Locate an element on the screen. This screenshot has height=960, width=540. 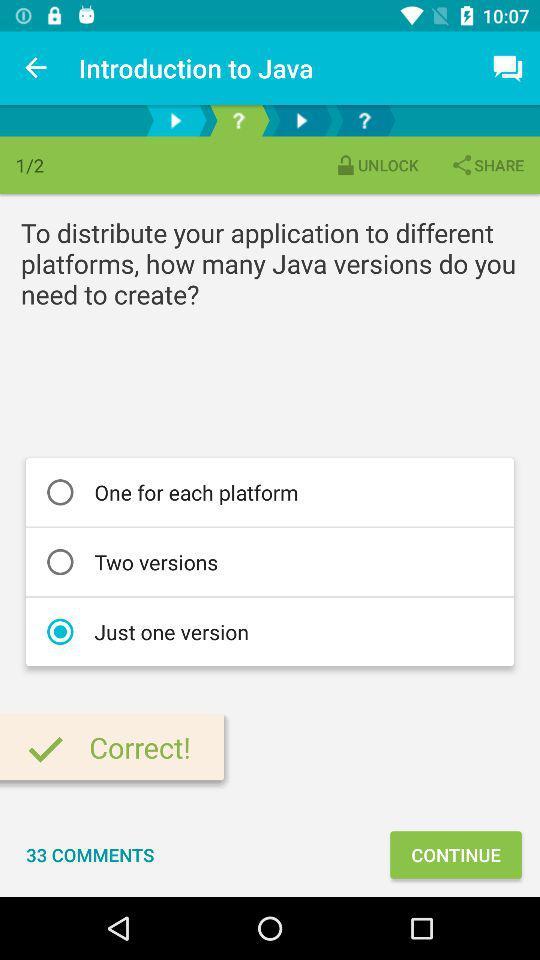
the music is located at coordinates (300, 120).